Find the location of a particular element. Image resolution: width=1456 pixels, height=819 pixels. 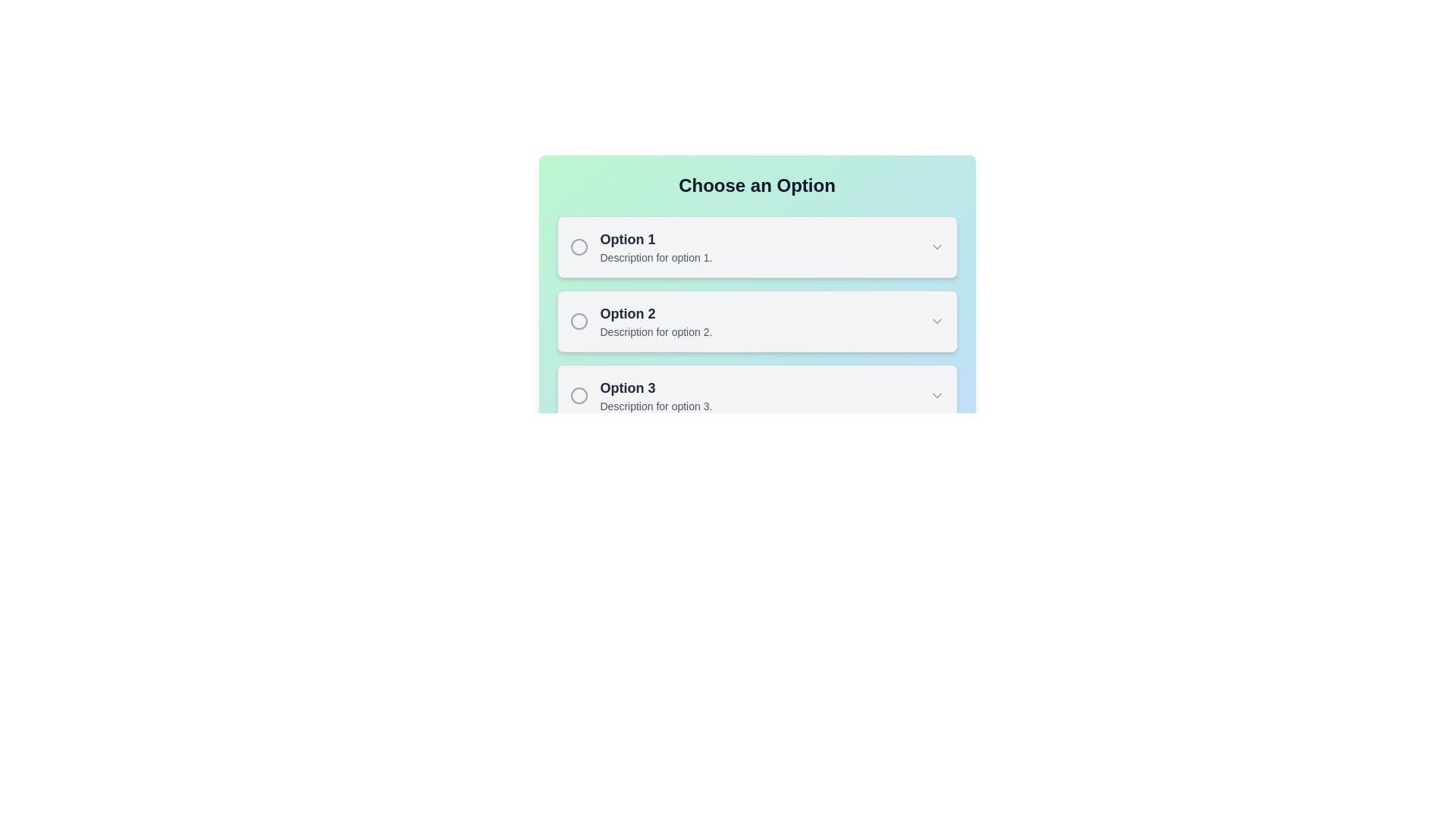

the 'Option 1' text label is located at coordinates (656, 246).